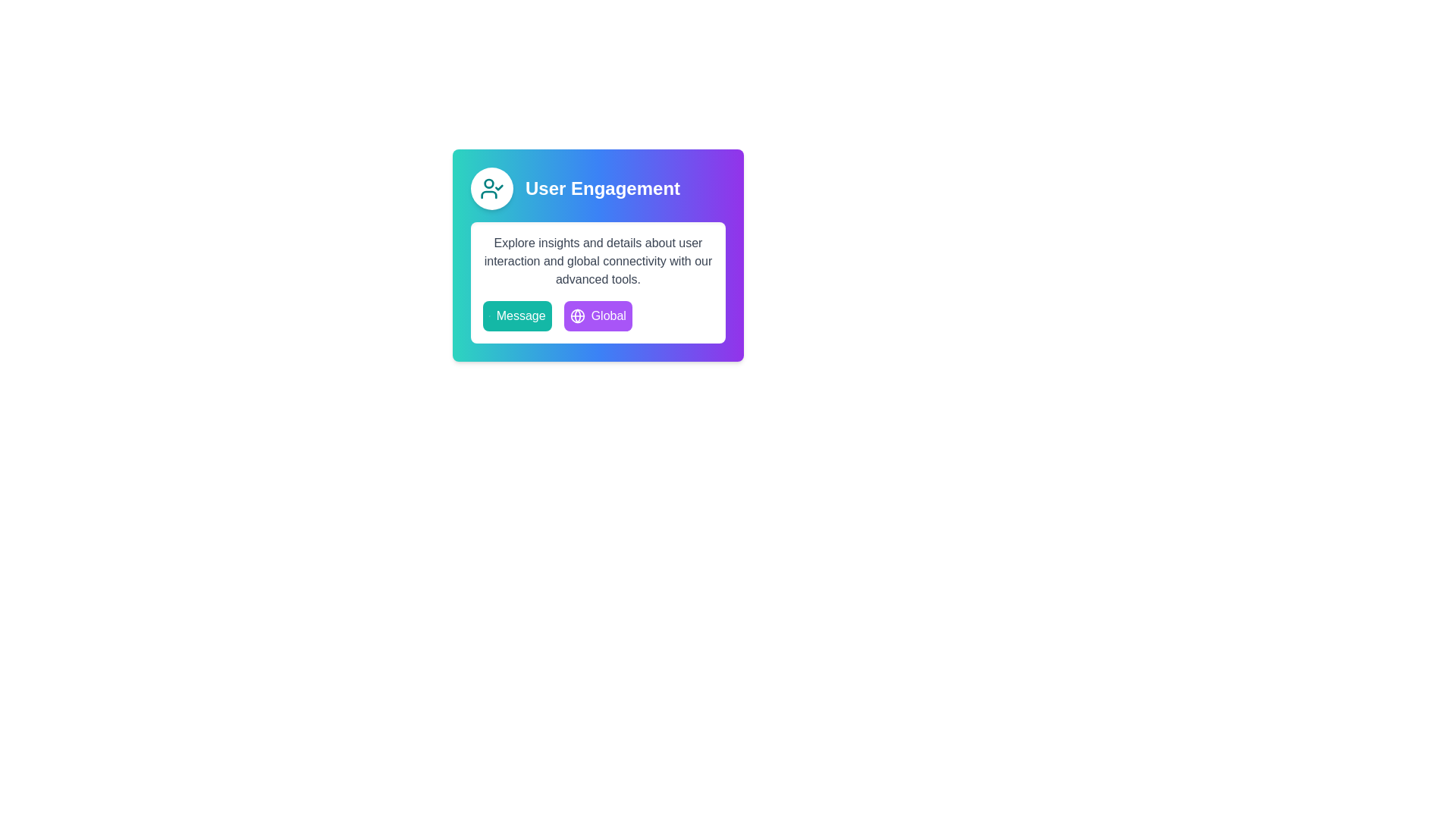 The image size is (1456, 819). What do you see at coordinates (597, 283) in the screenshot?
I see `displayed information in the Informational Section with Buttons located below the heading 'User Engagement'` at bounding box center [597, 283].